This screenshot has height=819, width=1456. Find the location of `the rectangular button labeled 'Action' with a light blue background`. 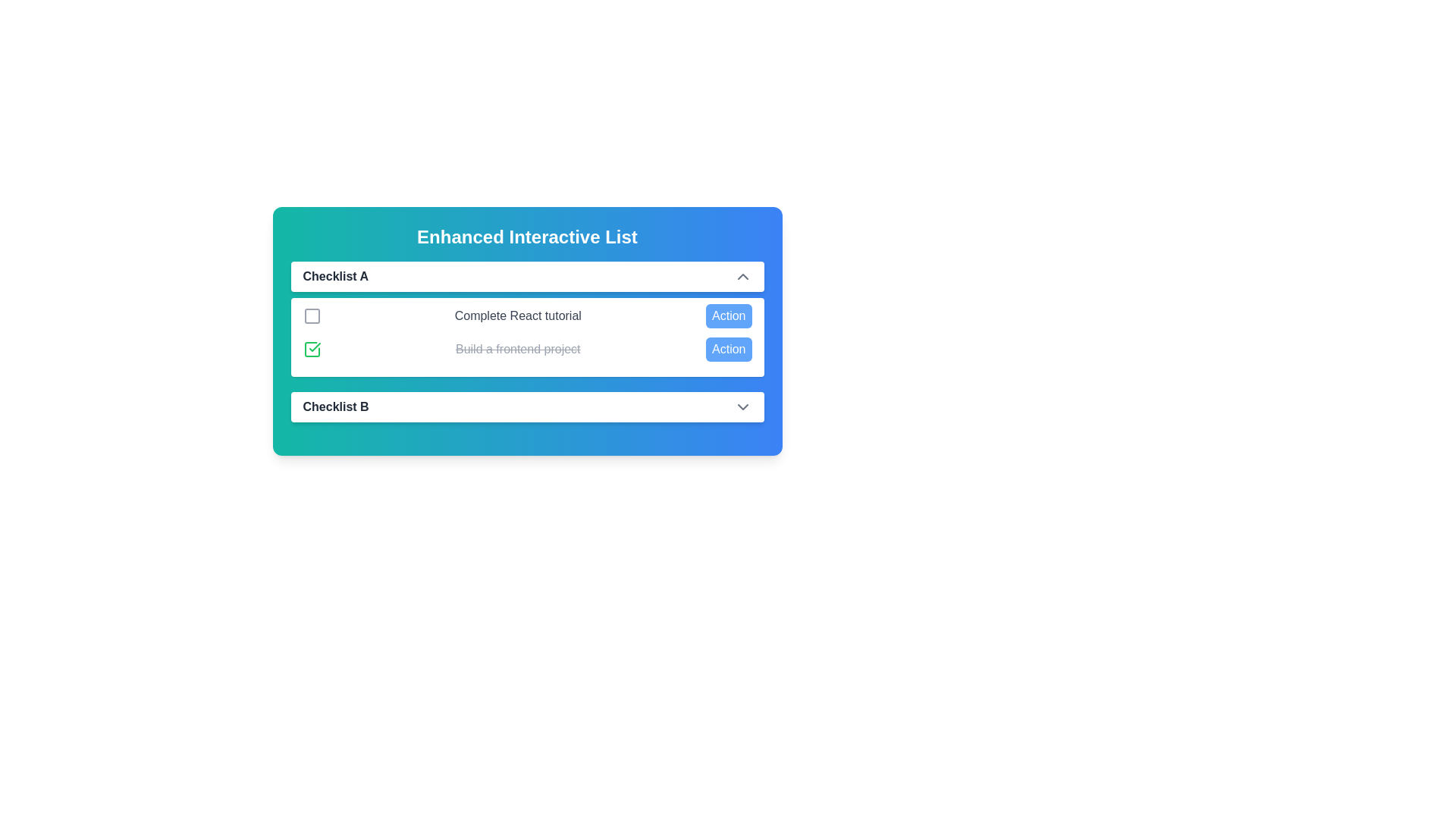

the rectangular button labeled 'Action' with a light blue background is located at coordinates (729, 315).